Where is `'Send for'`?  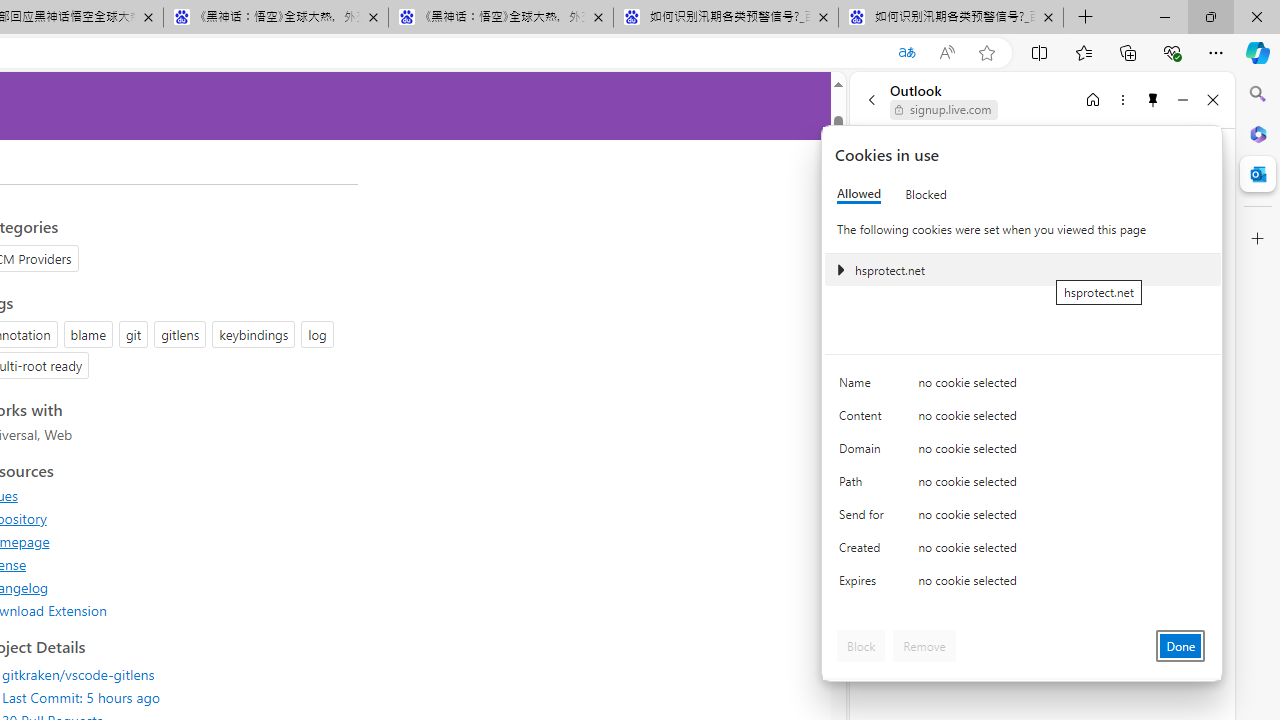
'Send for' is located at coordinates (865, 518).